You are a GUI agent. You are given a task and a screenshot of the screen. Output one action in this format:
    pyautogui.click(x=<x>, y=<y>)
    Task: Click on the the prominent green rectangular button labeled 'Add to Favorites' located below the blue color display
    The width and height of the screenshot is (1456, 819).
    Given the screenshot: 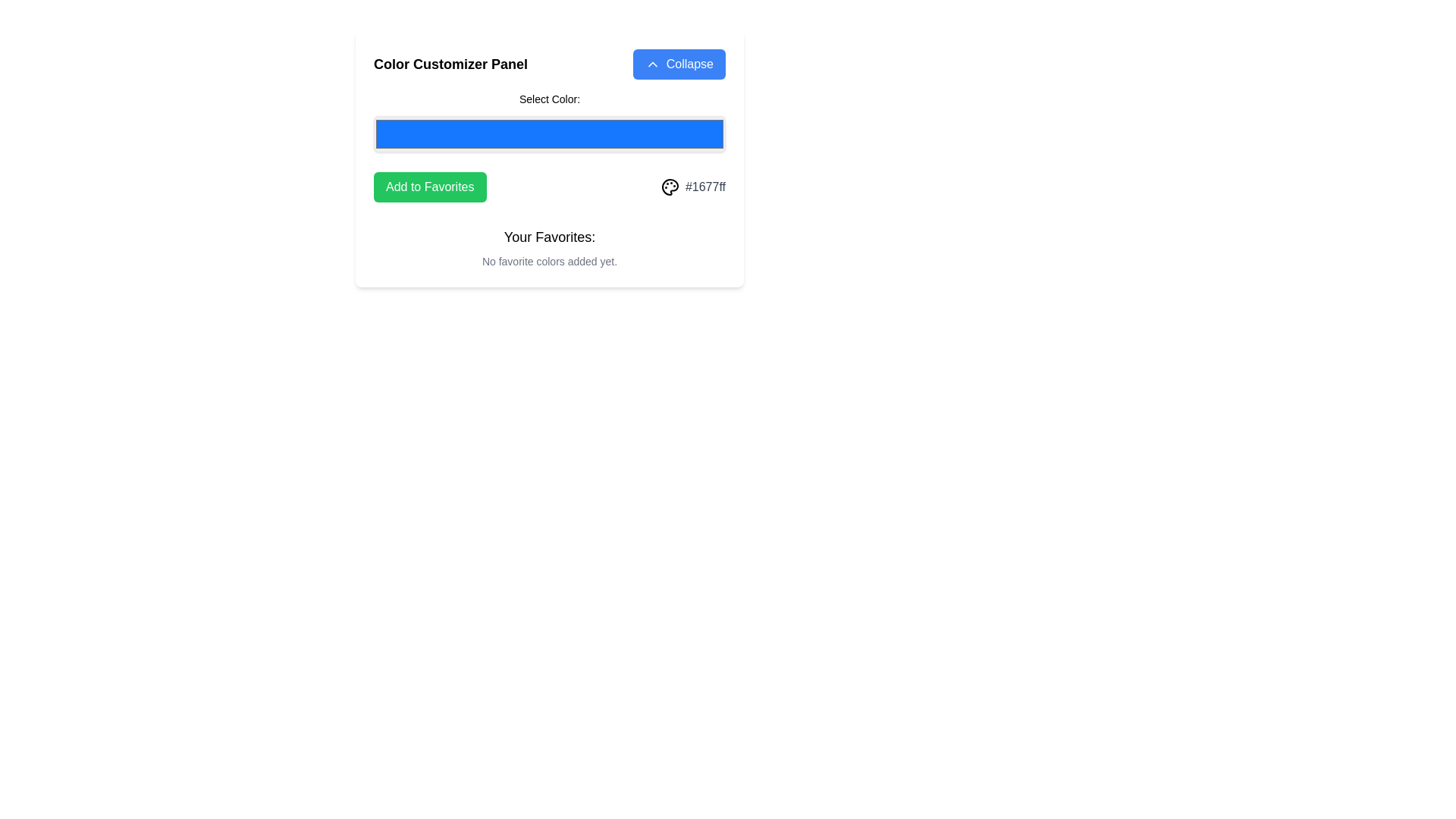 What is the action you would take?
    pyautogui.click(x=429, y=186)
    